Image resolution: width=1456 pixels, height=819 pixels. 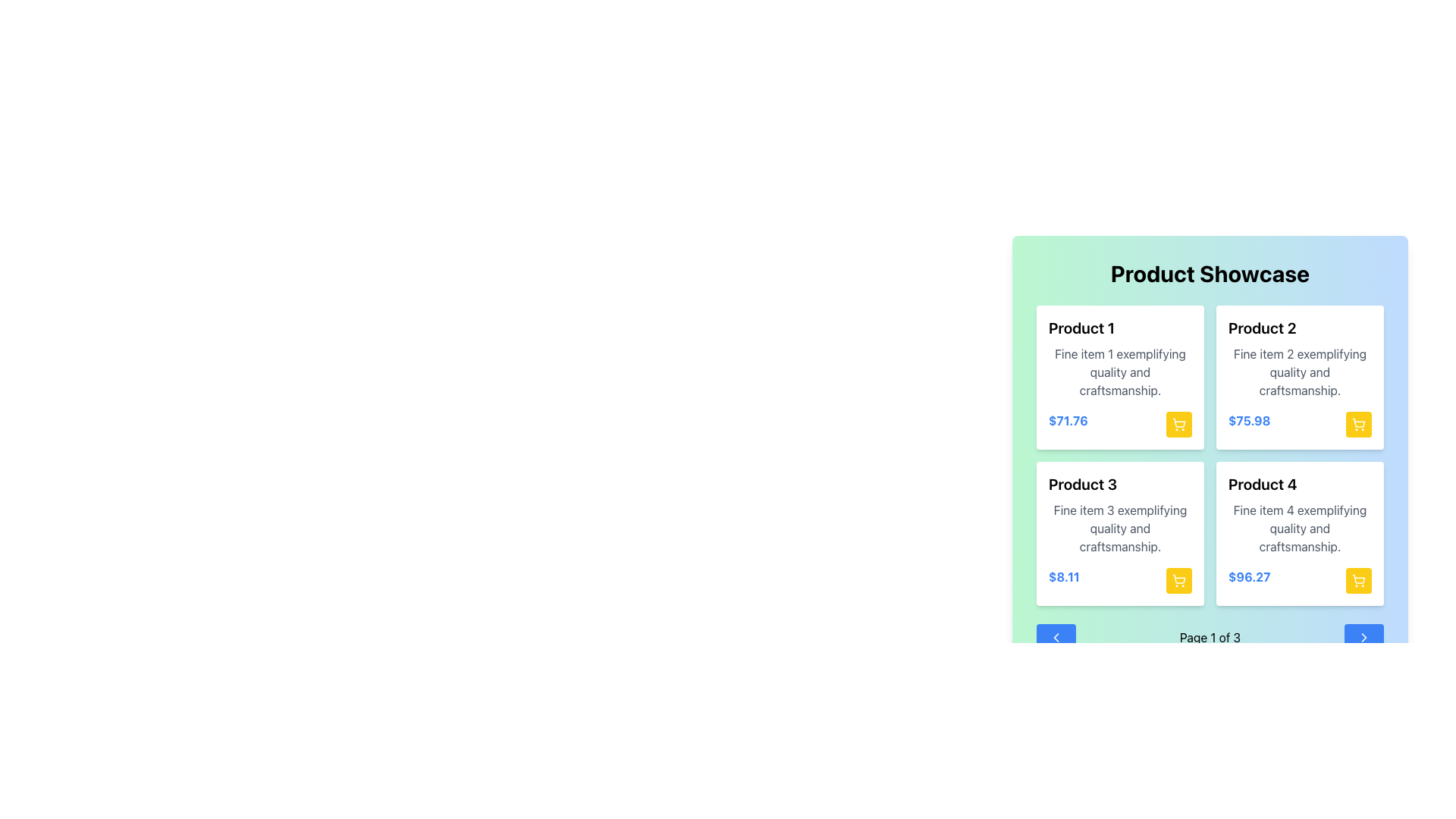 What do you see at coordinates (1055, 637) in the screenshot?
I see `the left-facing chevron icon within the blue rectangular navigation button at the bottom left of the product listings component` at bounding box center [1055, 637].